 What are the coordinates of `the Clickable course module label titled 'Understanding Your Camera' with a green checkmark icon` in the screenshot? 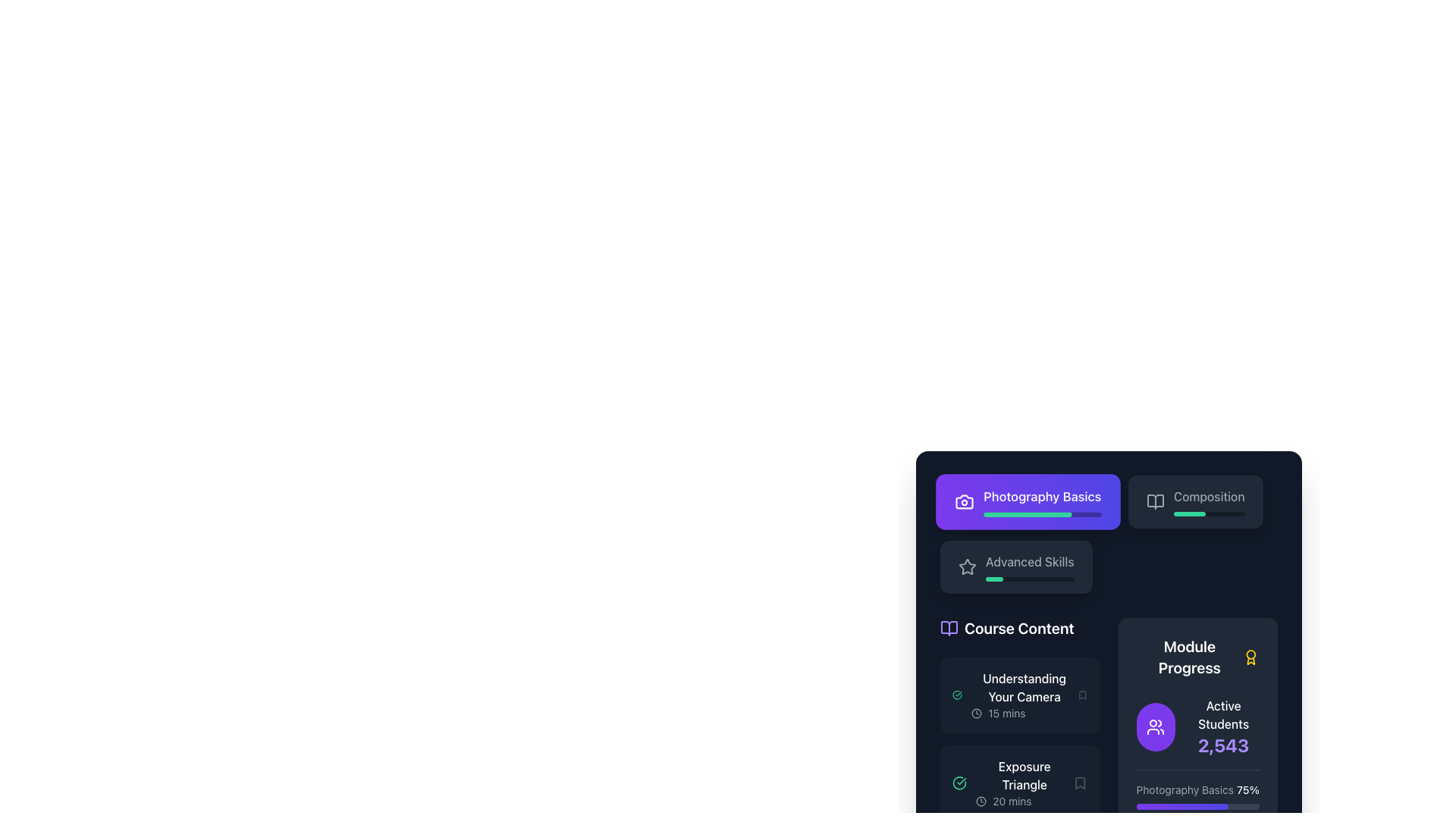 It's located at (1015, 695).